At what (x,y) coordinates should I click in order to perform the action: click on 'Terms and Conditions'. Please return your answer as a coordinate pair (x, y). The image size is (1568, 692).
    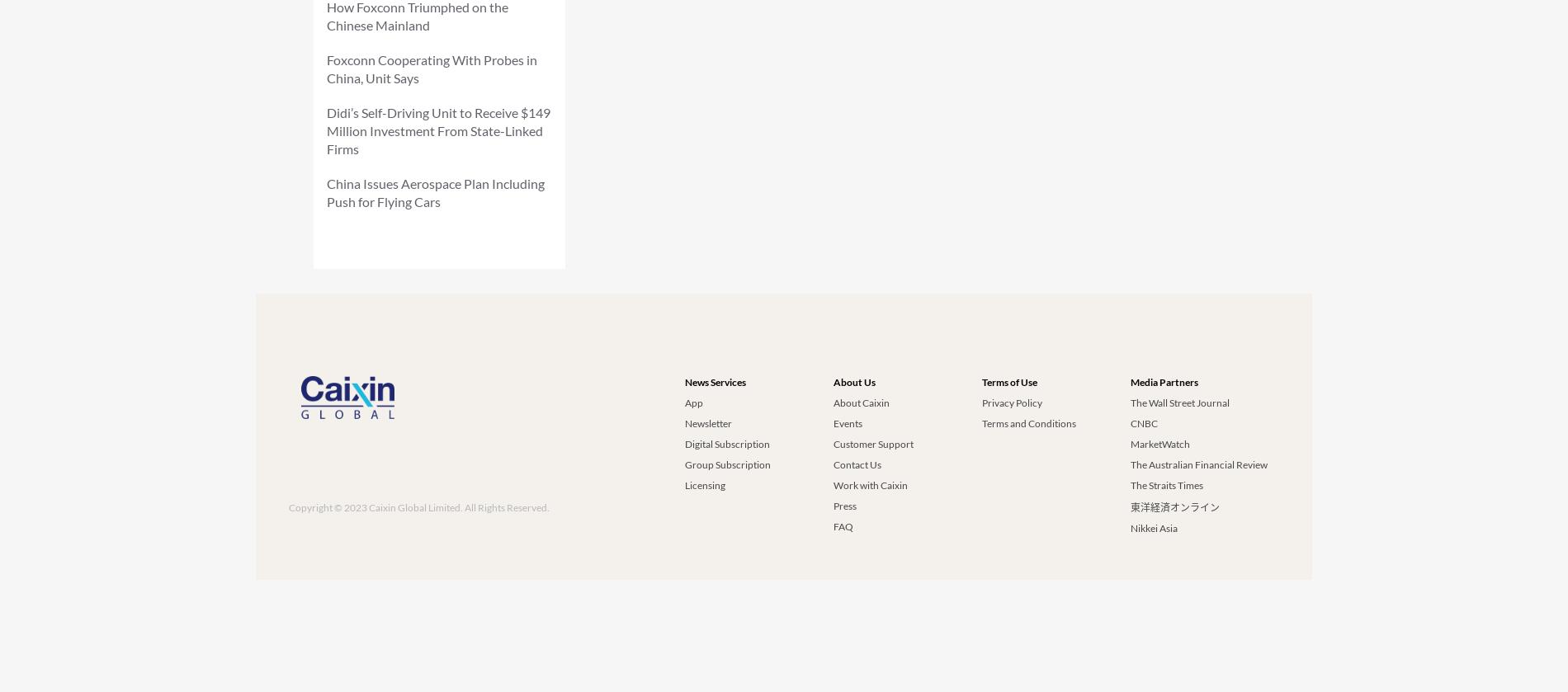
    Looking at the image, I should click on (1027, 422).